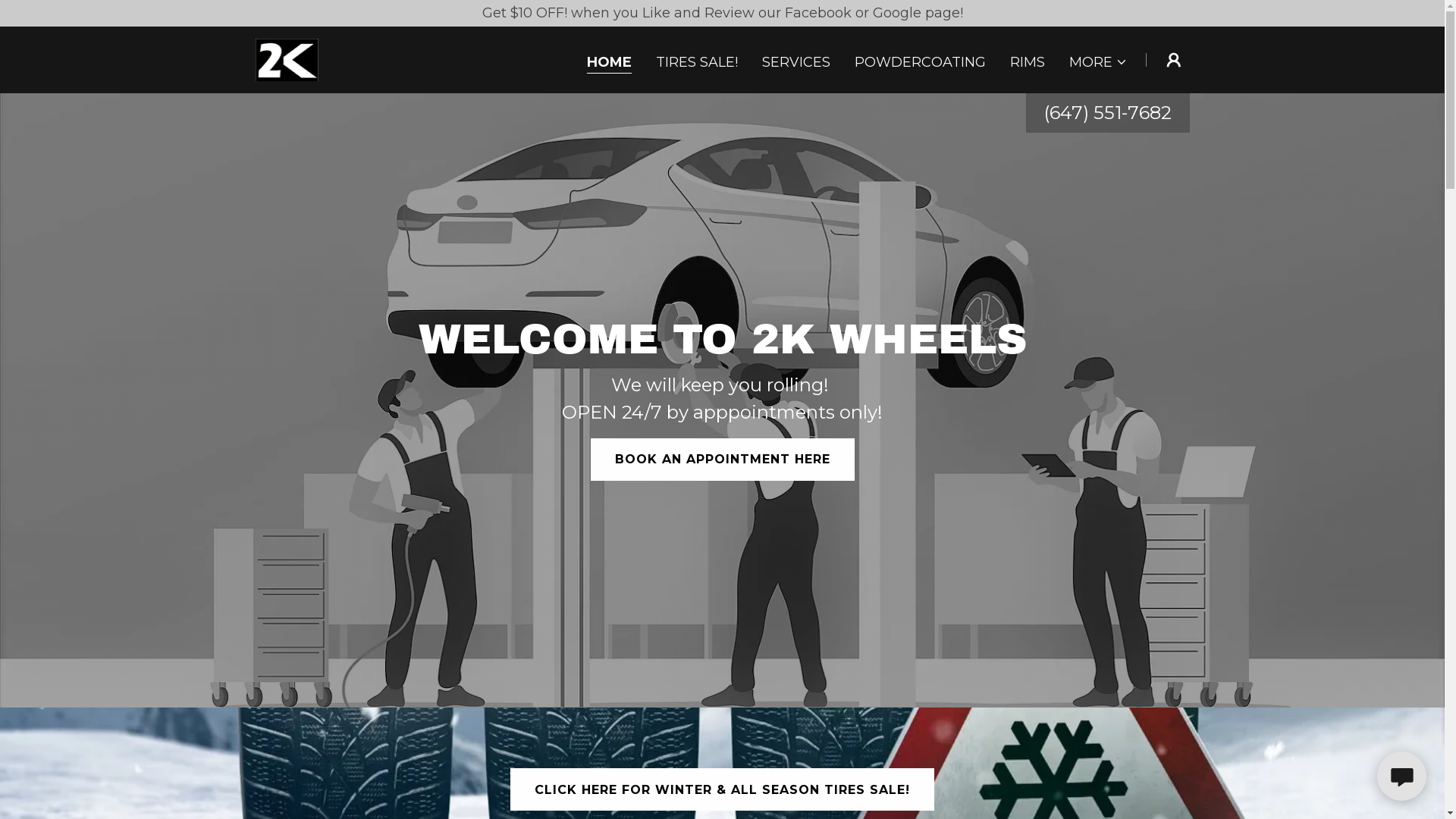 The width and height of the screenshot is (1456, 819). What do you see at coordinates (795, 61) in the screenshot?
I see `'SERVICES'` at bounding box center [795, 61].